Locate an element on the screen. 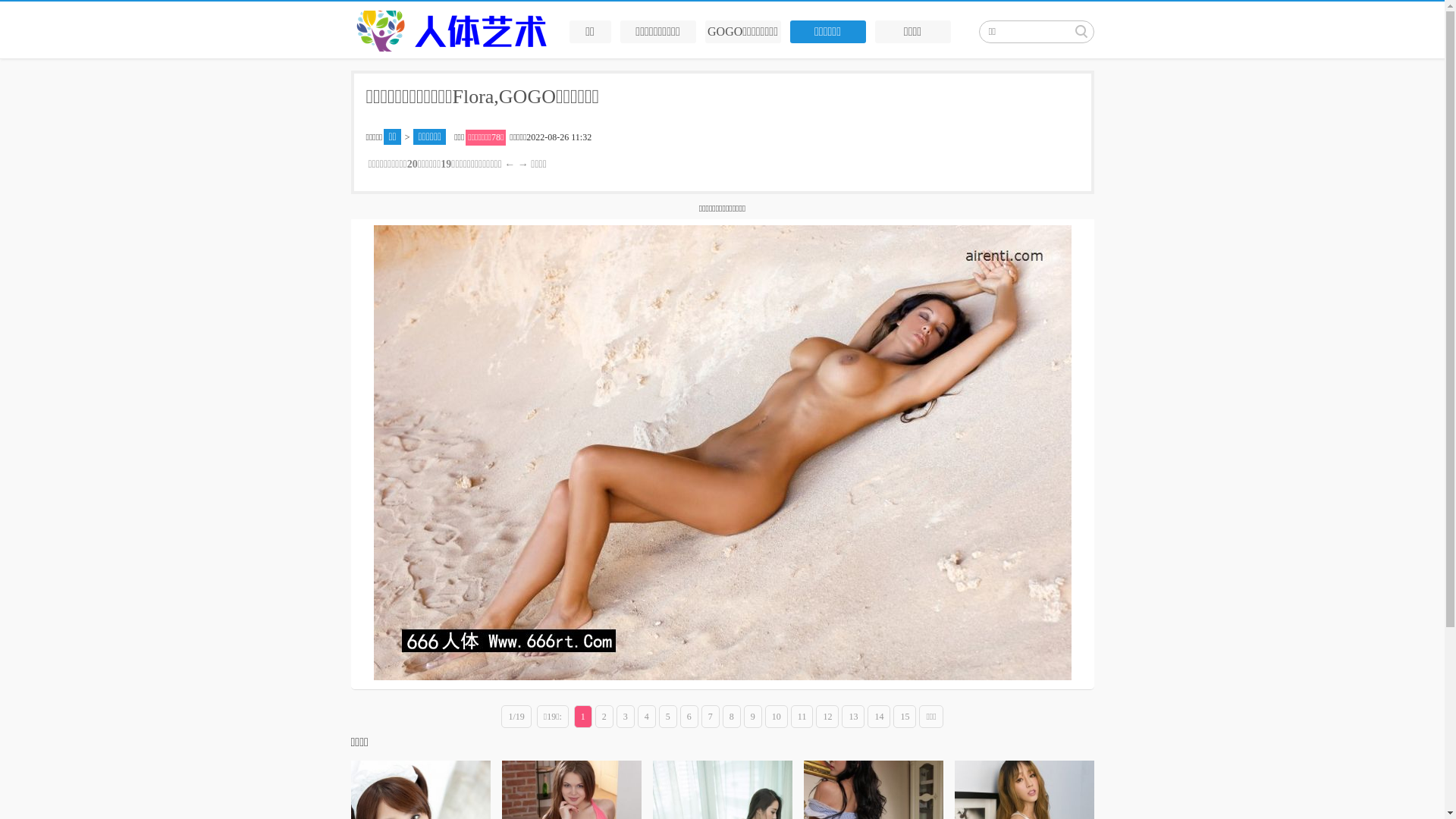  '1/19' is located at coordinates (516, 717).